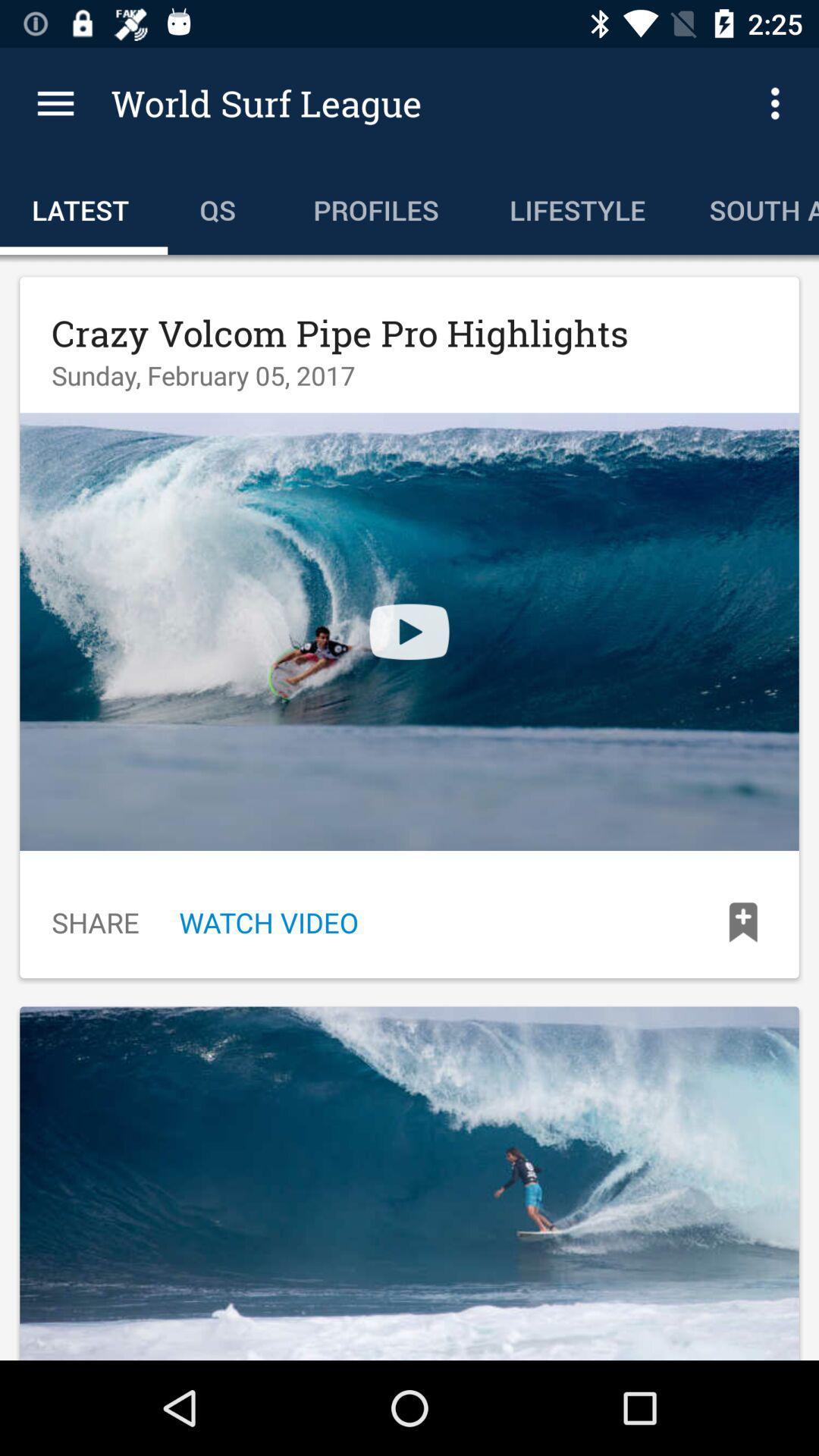 The width and height of the screenshot is (819, 1456). Describe the element at coordinates (378, 206) in the screenshot. I see `the profiles  icon` at that location.